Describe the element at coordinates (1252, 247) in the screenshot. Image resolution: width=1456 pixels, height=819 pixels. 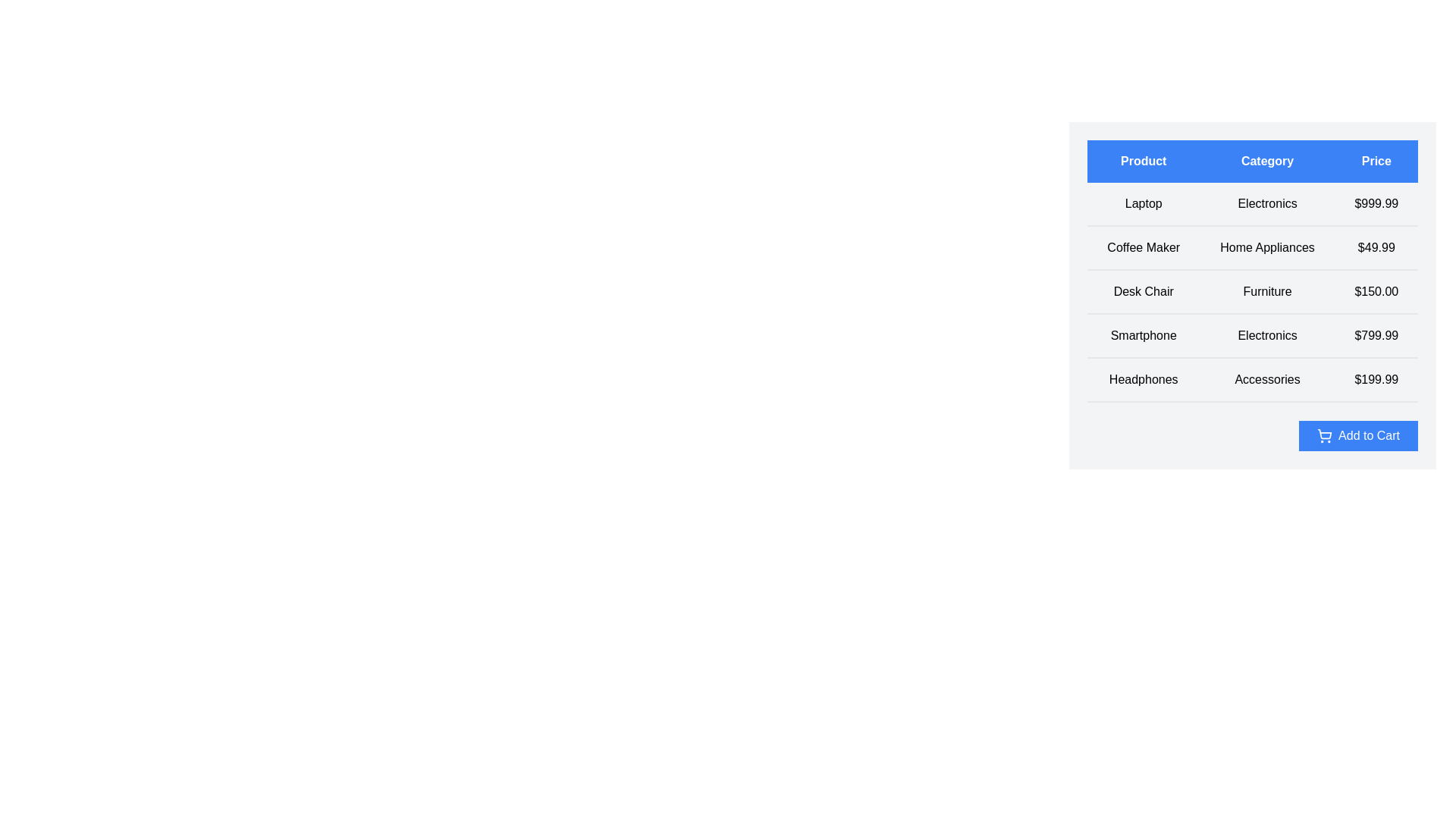
I see `the text in the tabular row containing 'Coffee Maker' under Product, 'Home Appliances' under Category, and '$49.99' under Price, which is the second row in the table` at that location.